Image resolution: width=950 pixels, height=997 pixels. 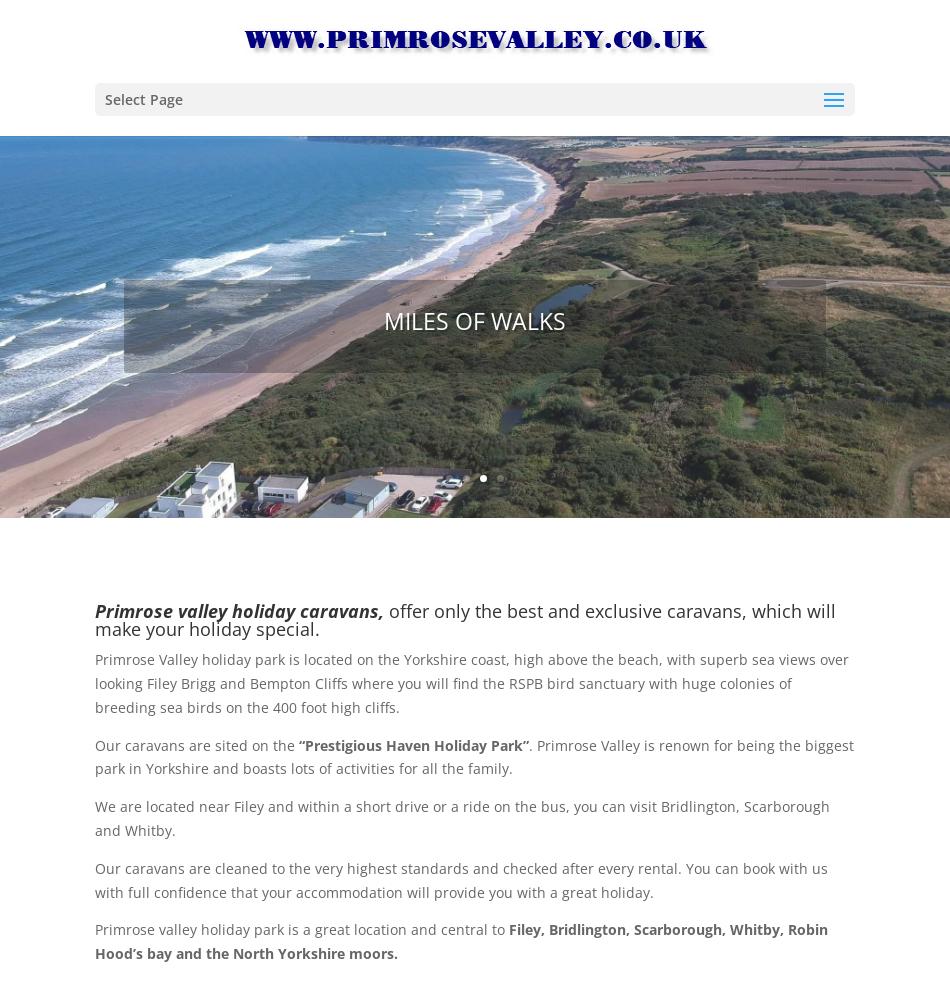 What do you see at coordinates (95, 744) in the screenshot?
I see `'Our caravans are sited on the'` at bounding box center [95, 744].